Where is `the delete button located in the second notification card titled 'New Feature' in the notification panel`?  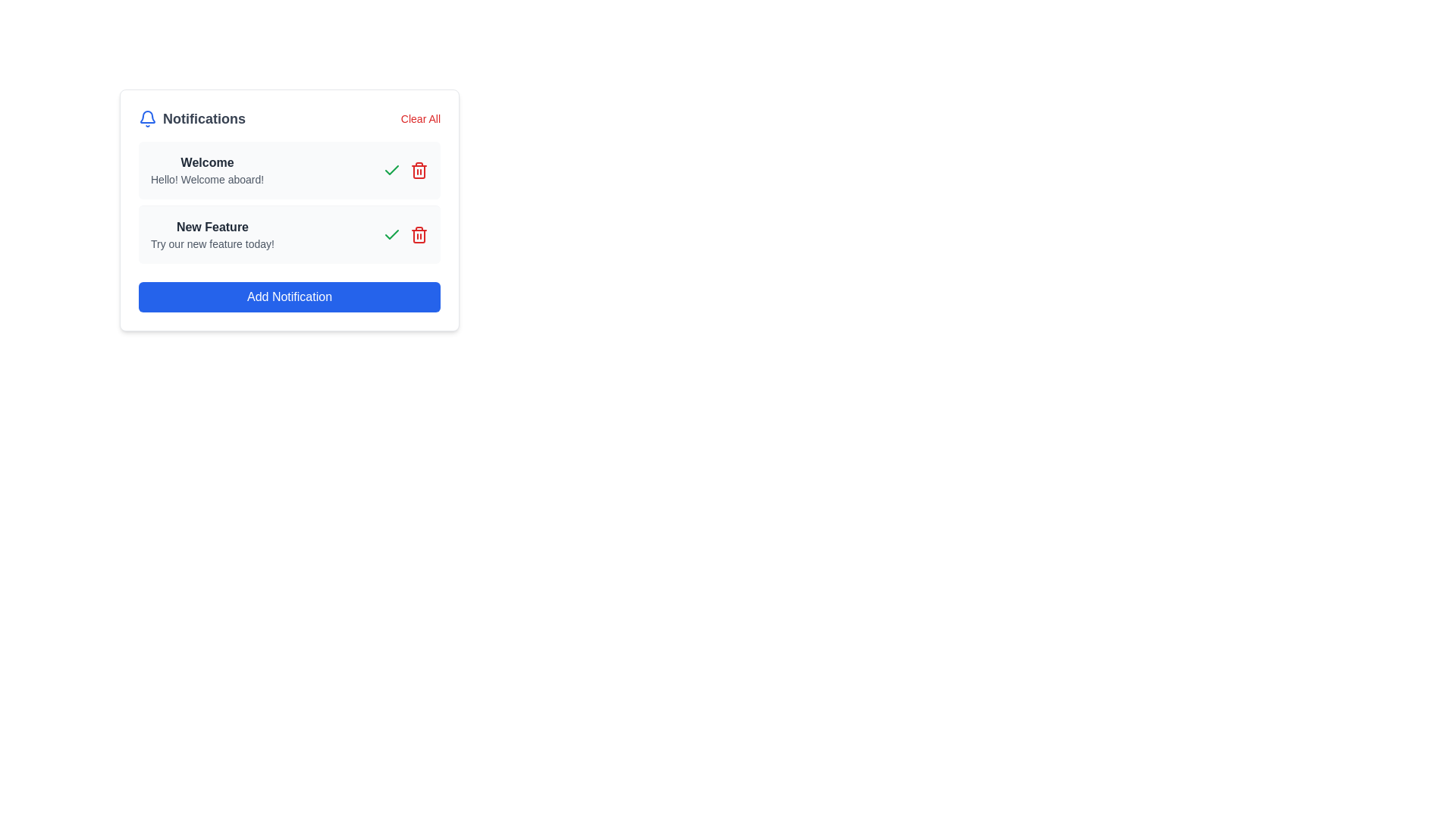
the delete button located in the second notification card titled 'New Feature' in the notification panel is located at coordinates (419, 171).